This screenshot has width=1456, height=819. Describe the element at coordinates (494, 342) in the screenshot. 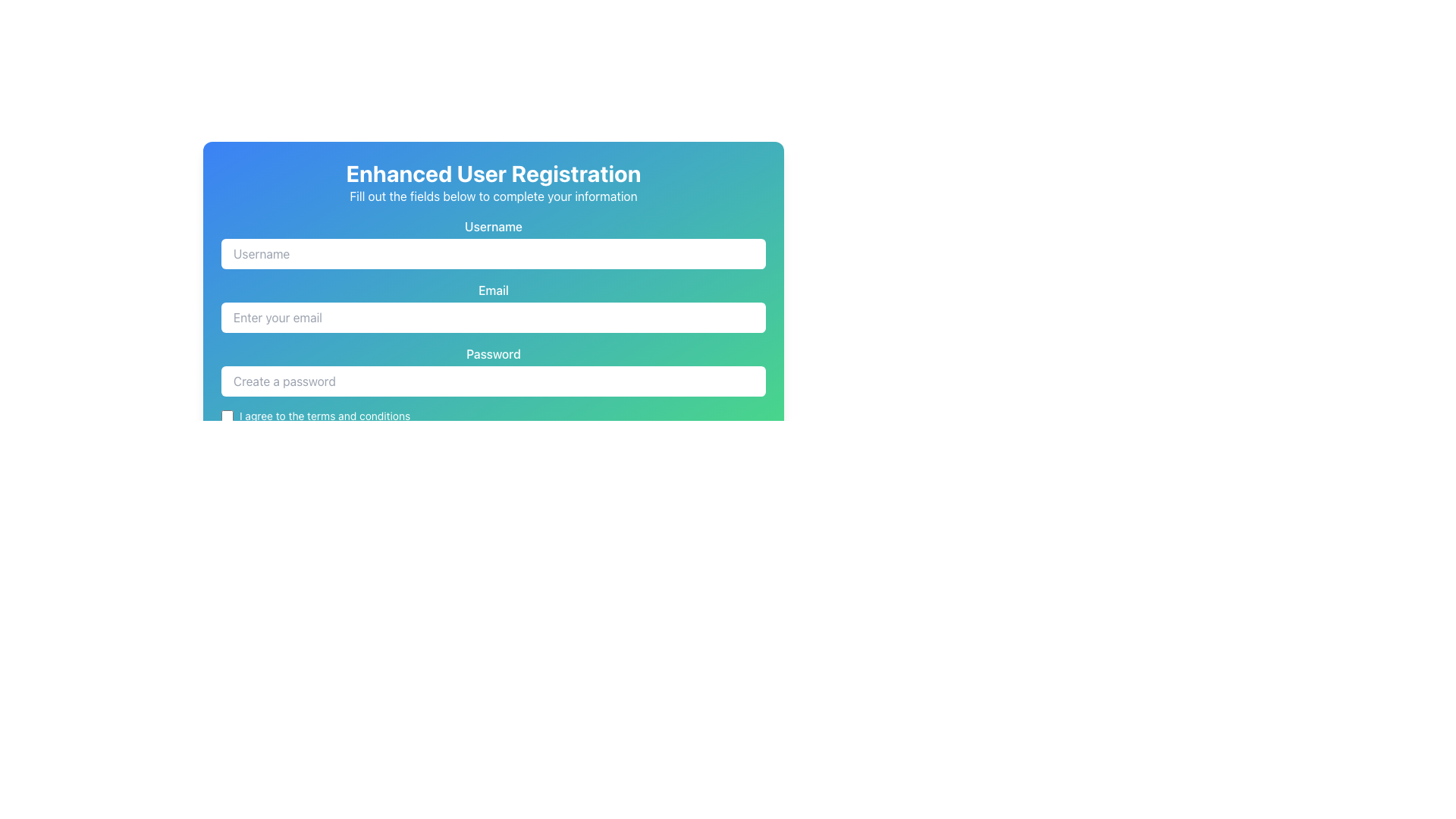

I see `the input fields of the Form Section to type in data, which includes 'Username', 'Email', and 'Password'` at that location.